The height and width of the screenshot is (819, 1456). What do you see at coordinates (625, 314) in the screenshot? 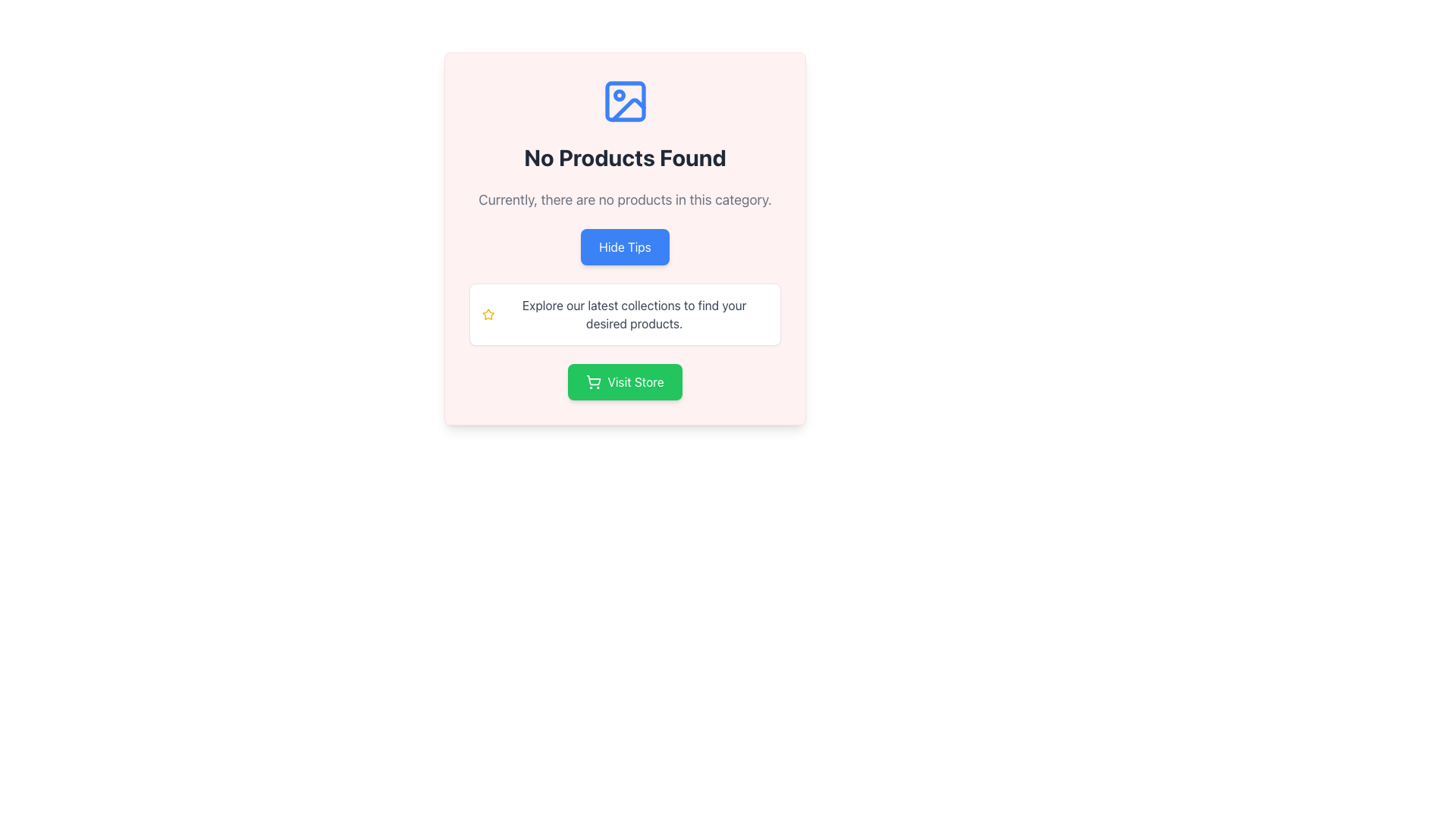
I see `the Static Text with Icon that indicates no products are currently available, located below the 'No Products Found' header and above the 'Visit Store' button` at bounding box center [625, 314].